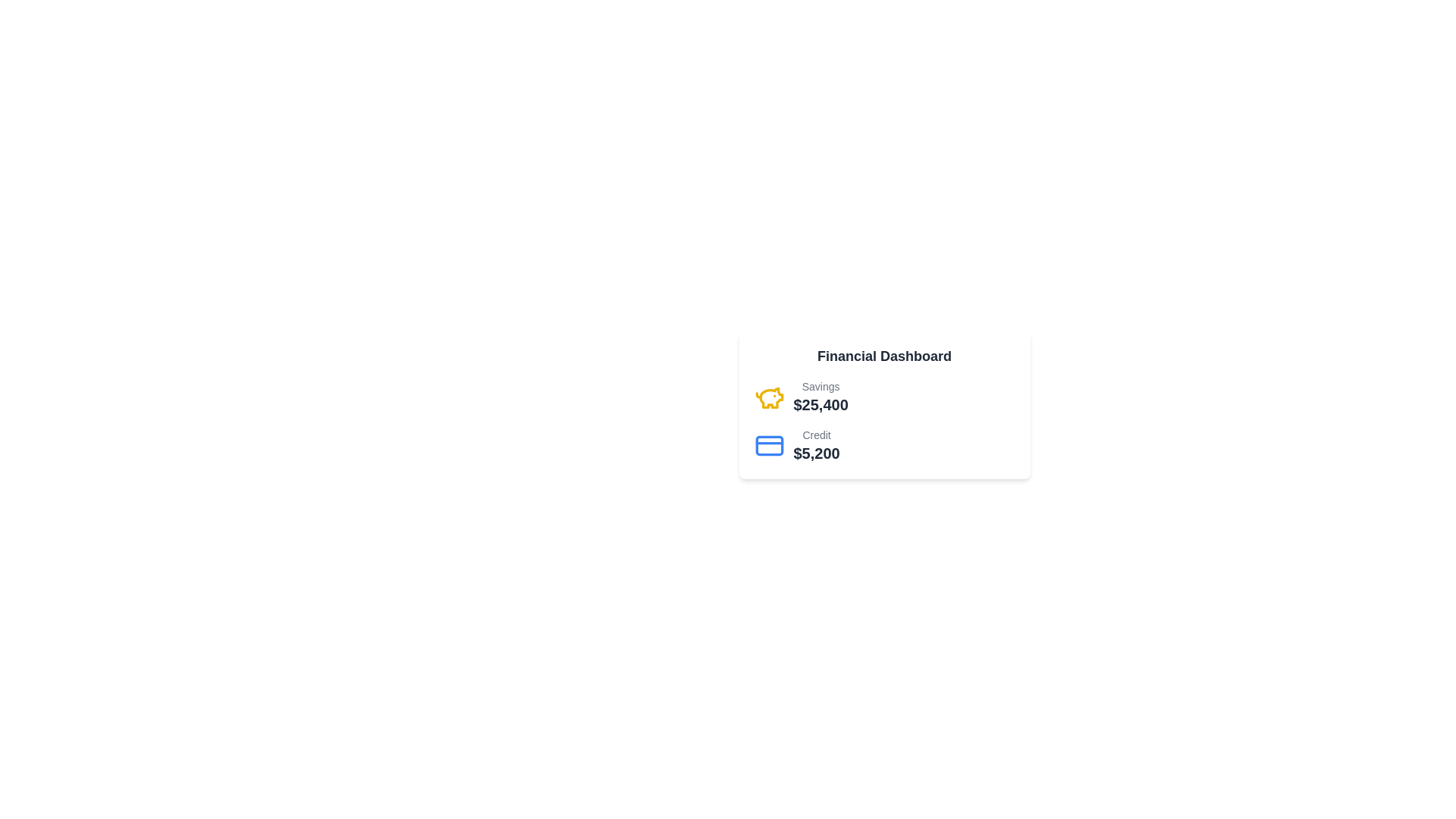  I want to click on displayed monetary value of the user's current credit balance located below the 'Credit' label in the financial dashboard, so click(816, 452).